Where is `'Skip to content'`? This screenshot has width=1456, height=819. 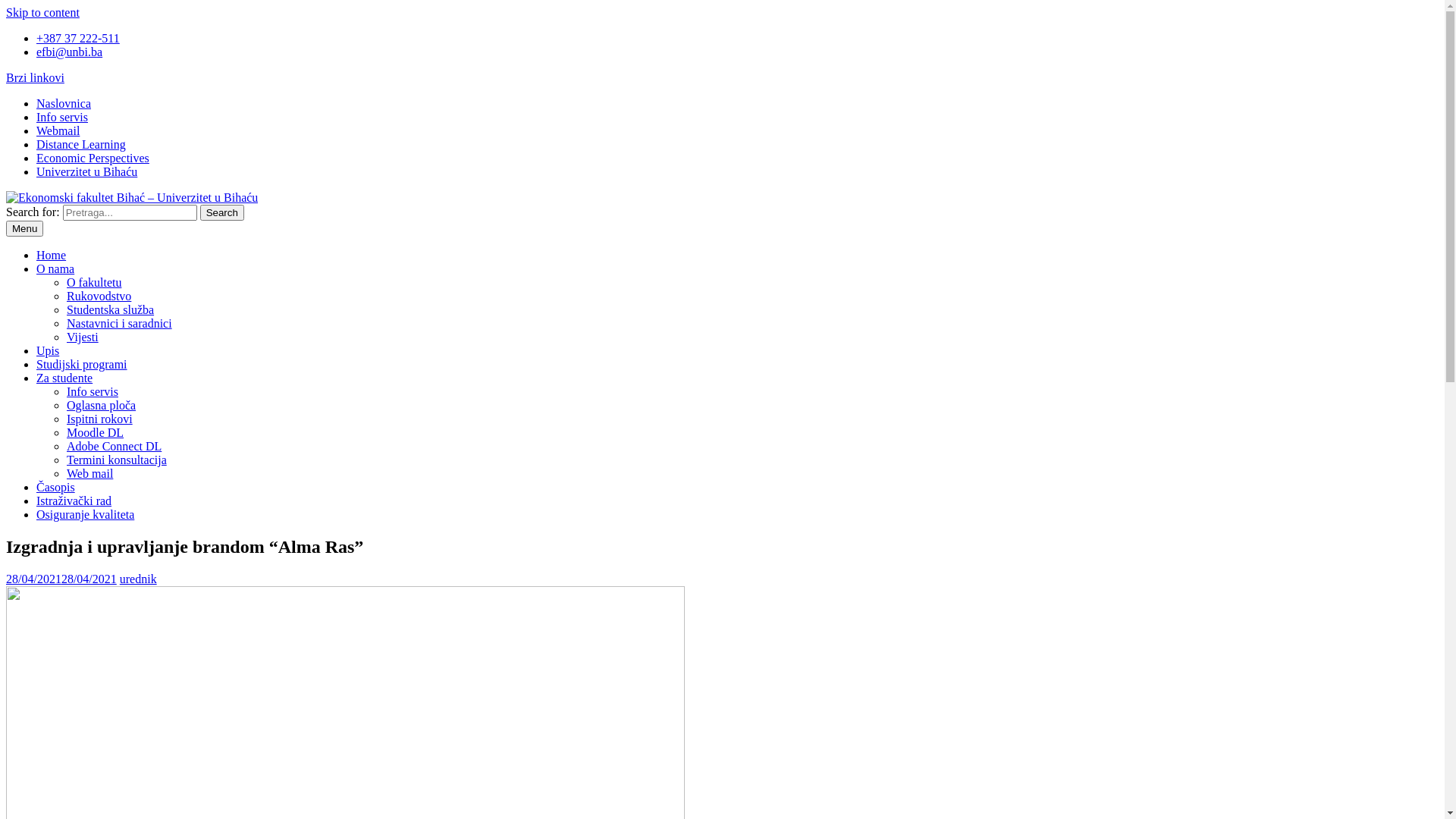 'Skip to content' is located at coordinates (42, 12).